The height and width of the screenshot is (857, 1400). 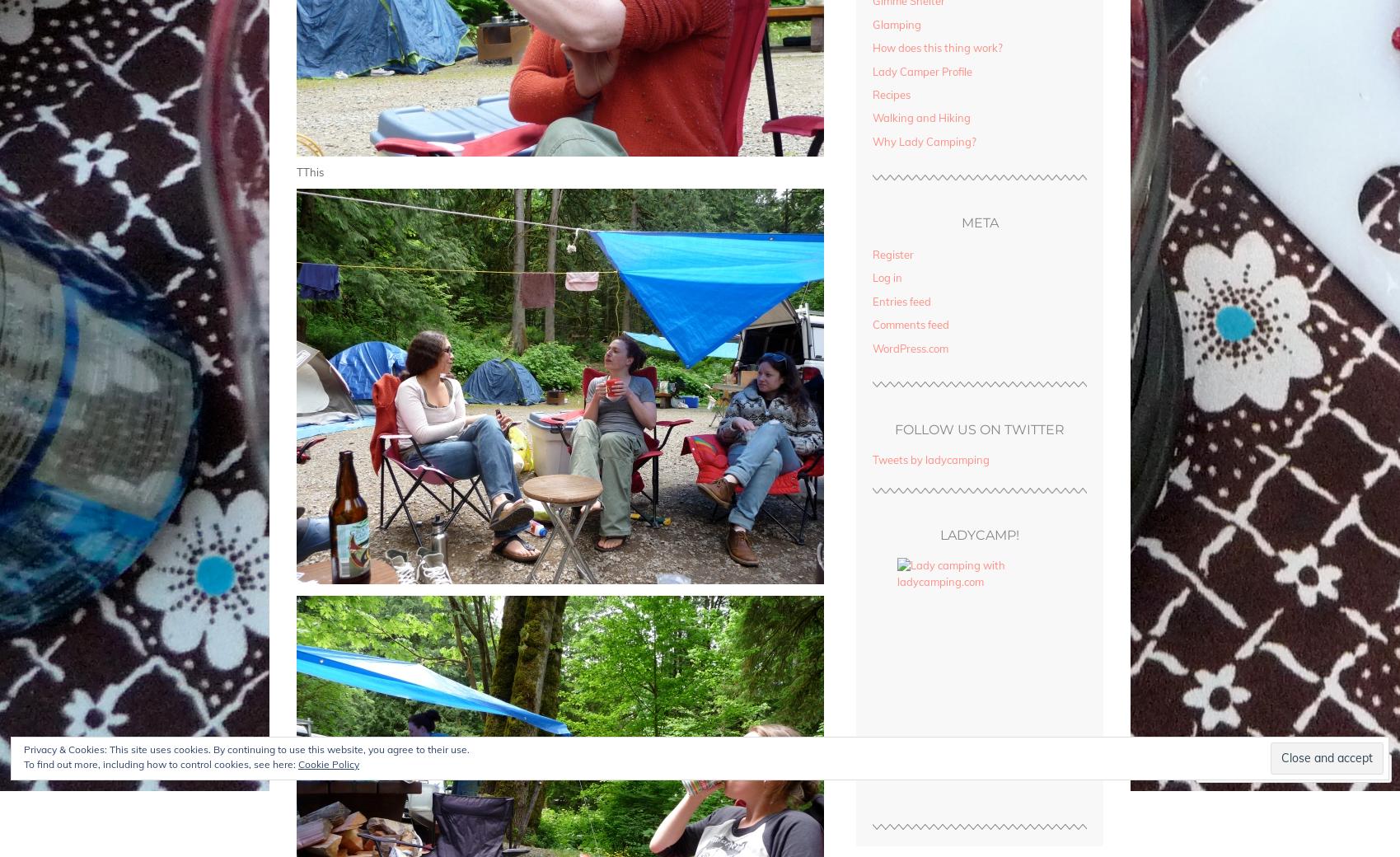 I want to click on 'Lady Camper Profile', so click(x=921, y=70).